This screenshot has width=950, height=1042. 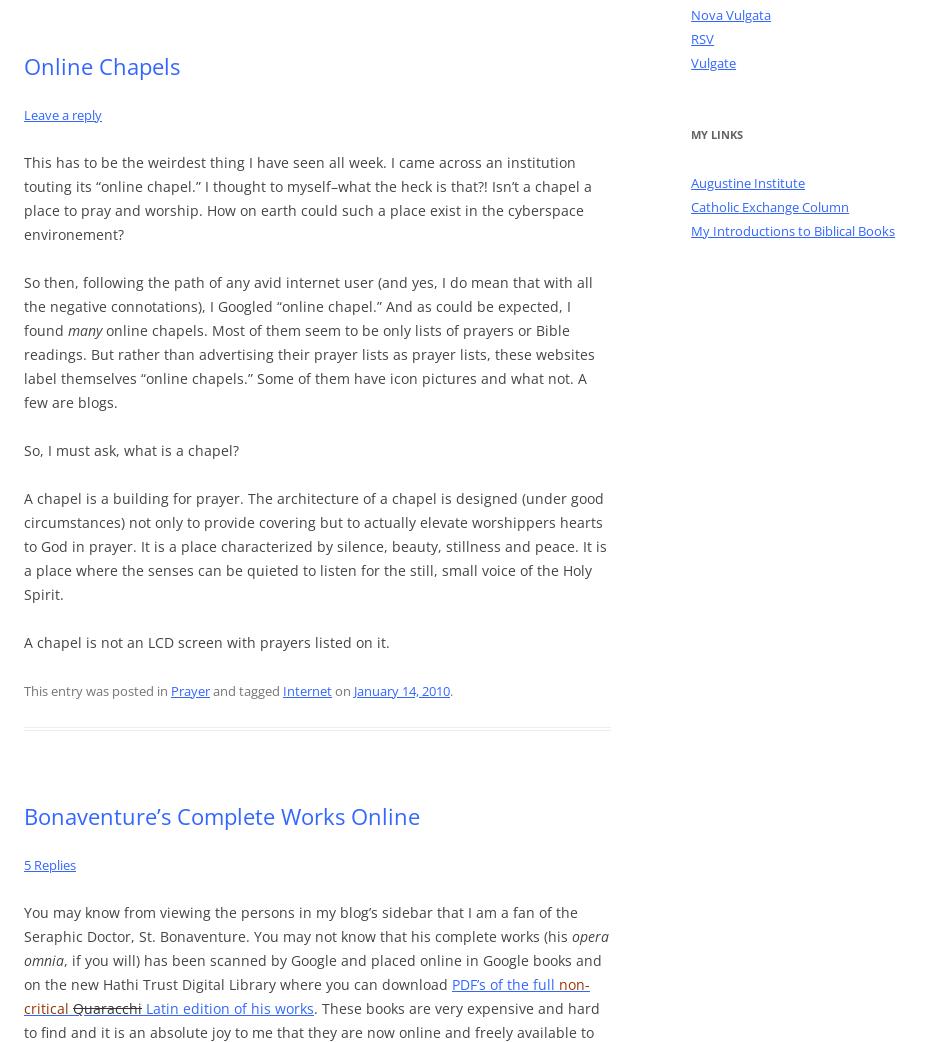 I want to click on 'Quaracchi', so click(x=107, y=1008).